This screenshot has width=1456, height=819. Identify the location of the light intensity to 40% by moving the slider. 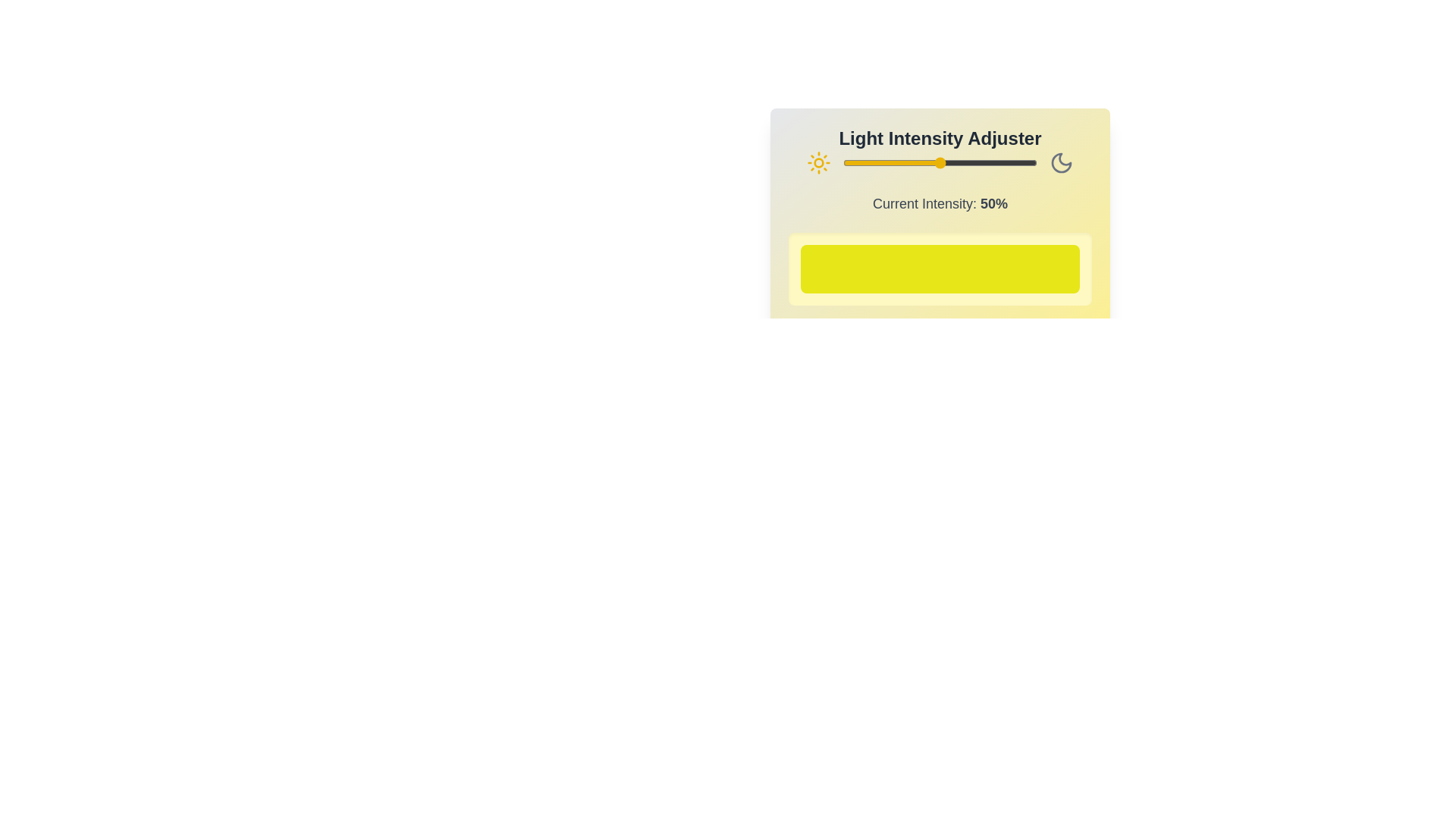
(920, 163).